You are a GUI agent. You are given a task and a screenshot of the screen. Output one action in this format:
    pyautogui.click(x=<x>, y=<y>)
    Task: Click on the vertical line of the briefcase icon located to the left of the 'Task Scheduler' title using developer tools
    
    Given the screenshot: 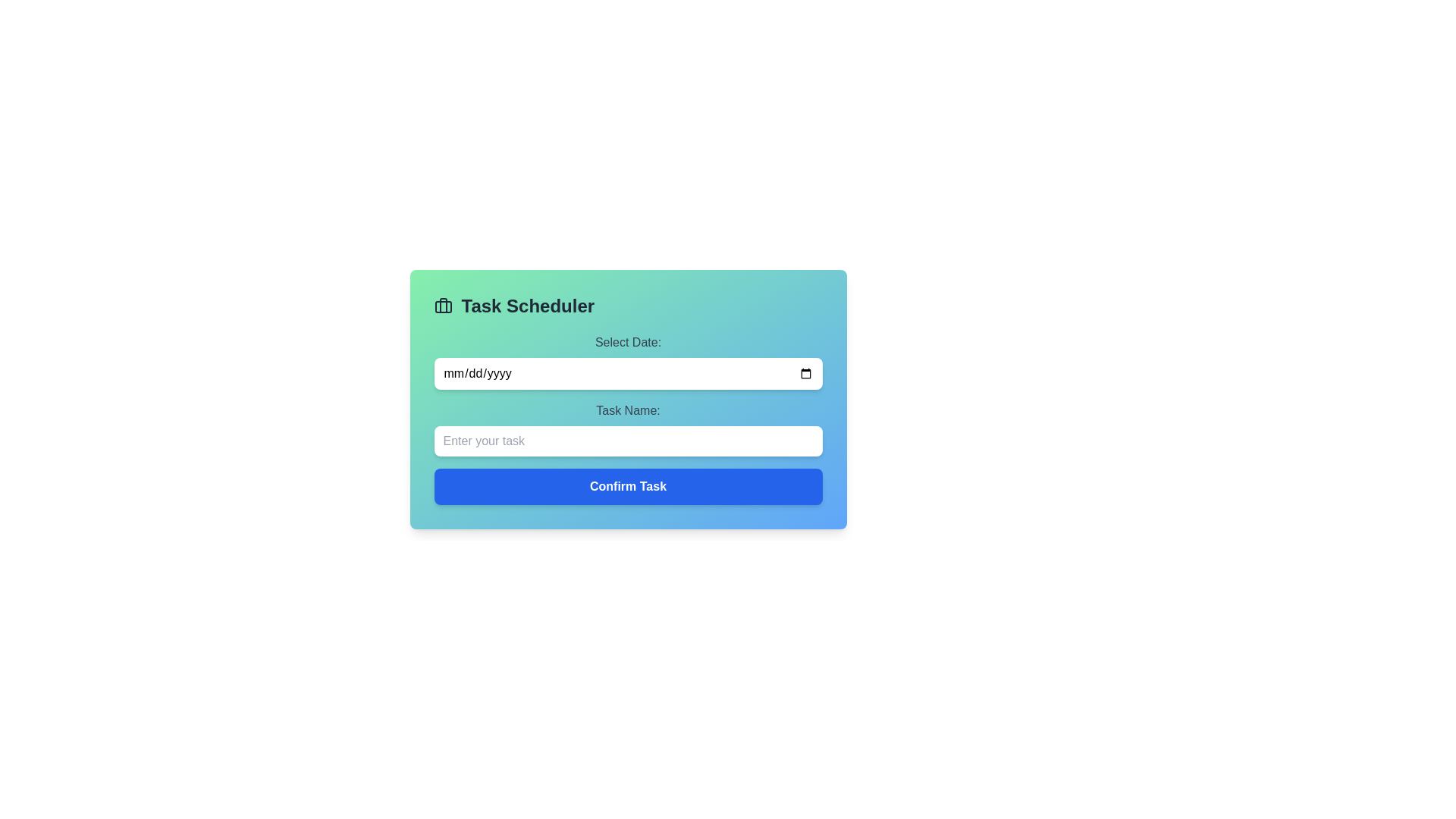 What is the action you would take?
    pyautogui.click(x=442, y=305)
    